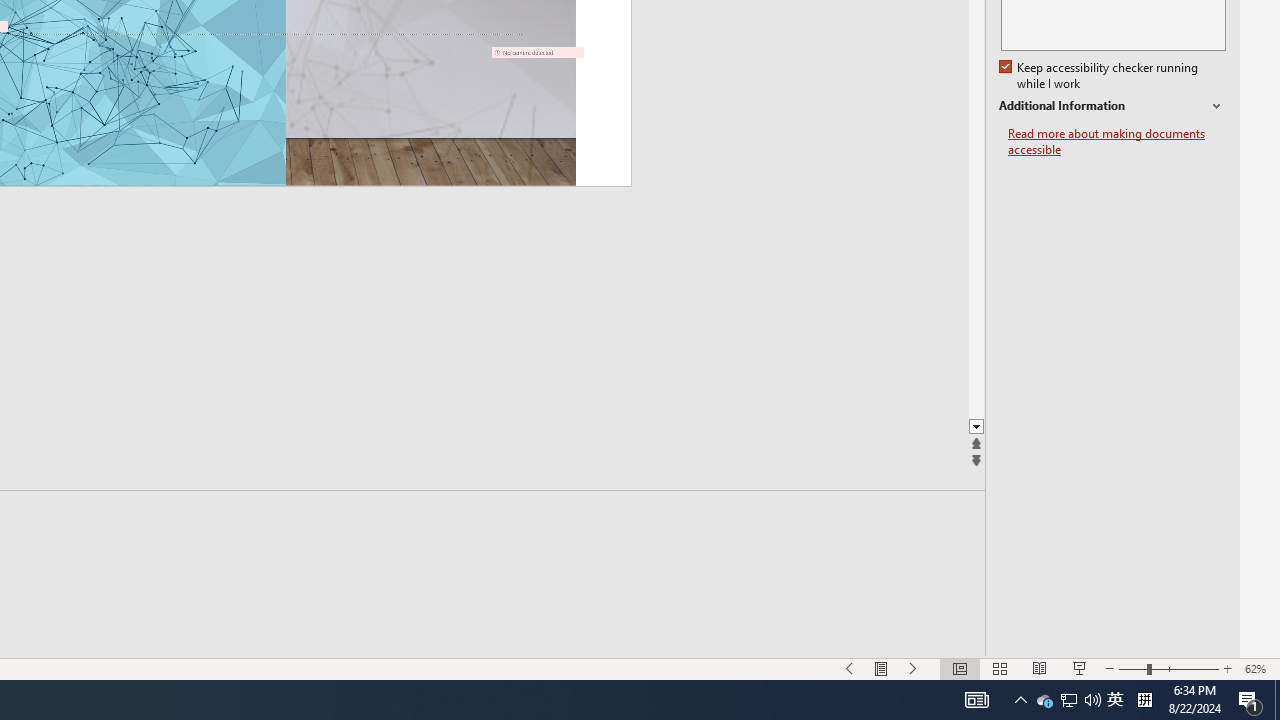 Image resolution: width=1280 pixels, height=720 pixels. I want to click on 'Slide Show Previous On', so click(850, 669).